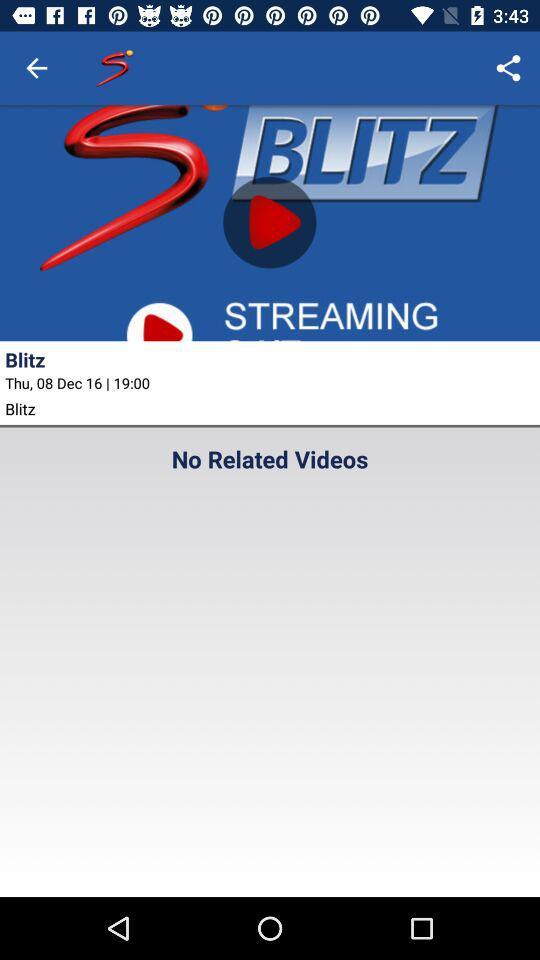 This screenshot has height=960, width=540. What do you see at coordinates (270, 222) in the screenshot?
I see `the play icon` at bounding box center [270, 222].